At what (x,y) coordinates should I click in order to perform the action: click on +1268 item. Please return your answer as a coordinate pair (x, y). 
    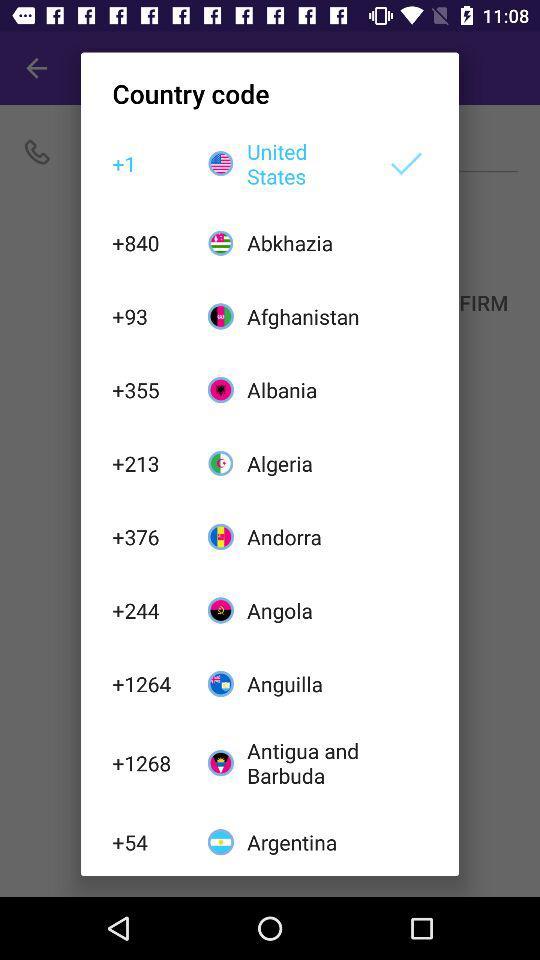
    Looking at the image, I should click on (148, 762).